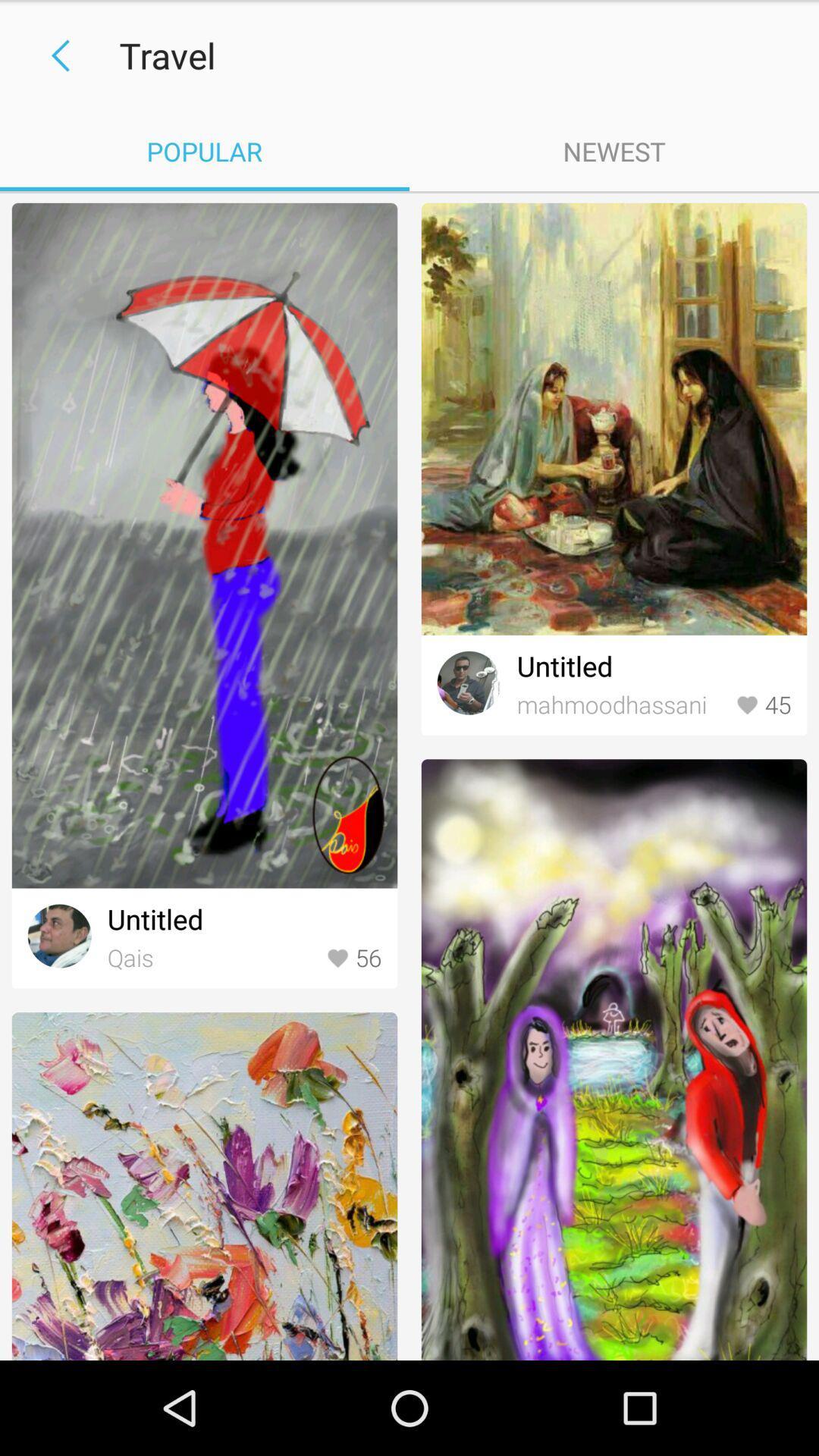  What do you see at coordinates (213, 958) in the screenshot?
I see `icon next to the 56` at bounding box center [213, 958].